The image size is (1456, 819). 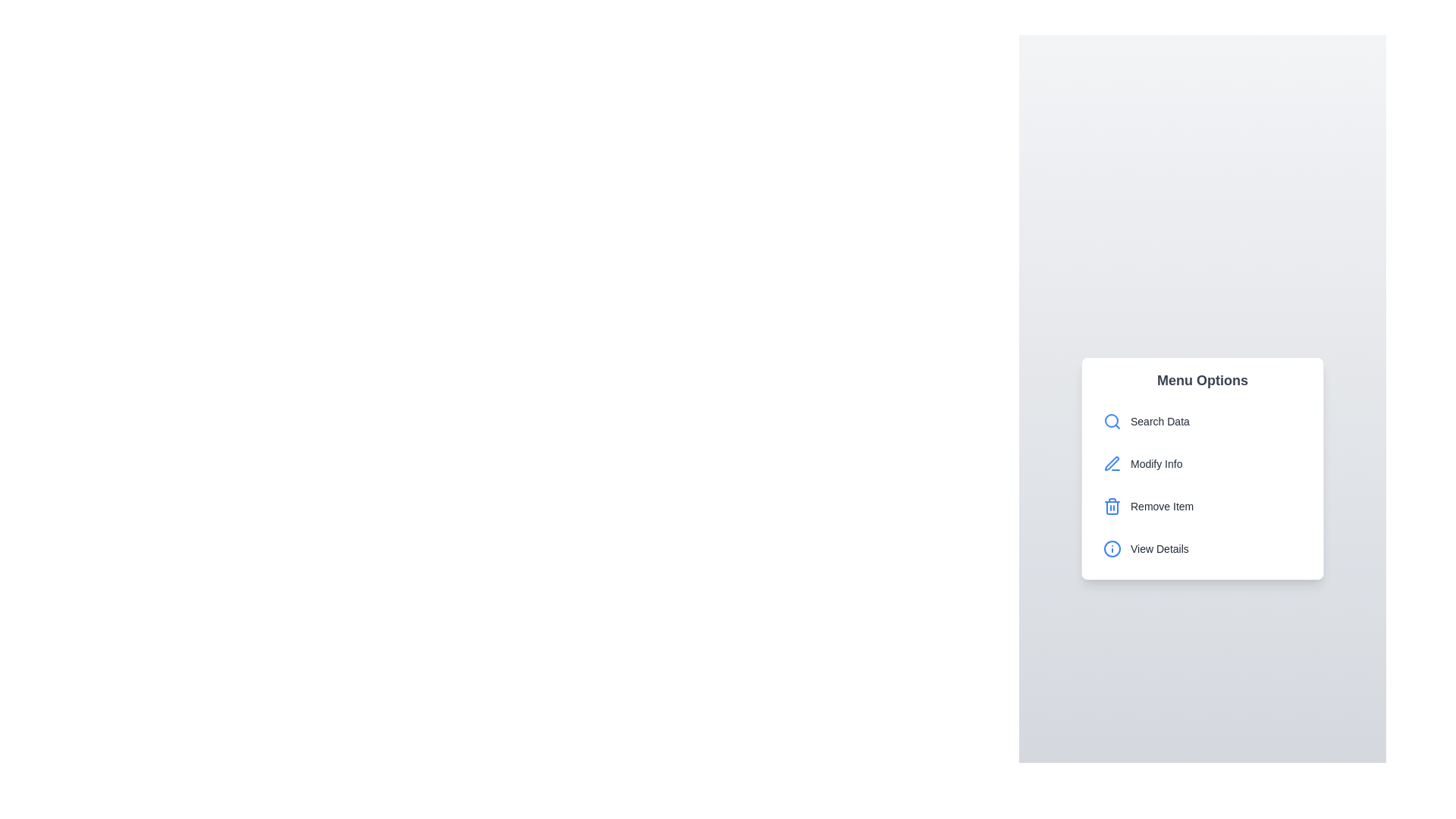 I want to click on the blue pen icon located to the left of the 'Modify Info' text in the second menu option of the 'Menu Options' panel, so click(x=1112, y=463).